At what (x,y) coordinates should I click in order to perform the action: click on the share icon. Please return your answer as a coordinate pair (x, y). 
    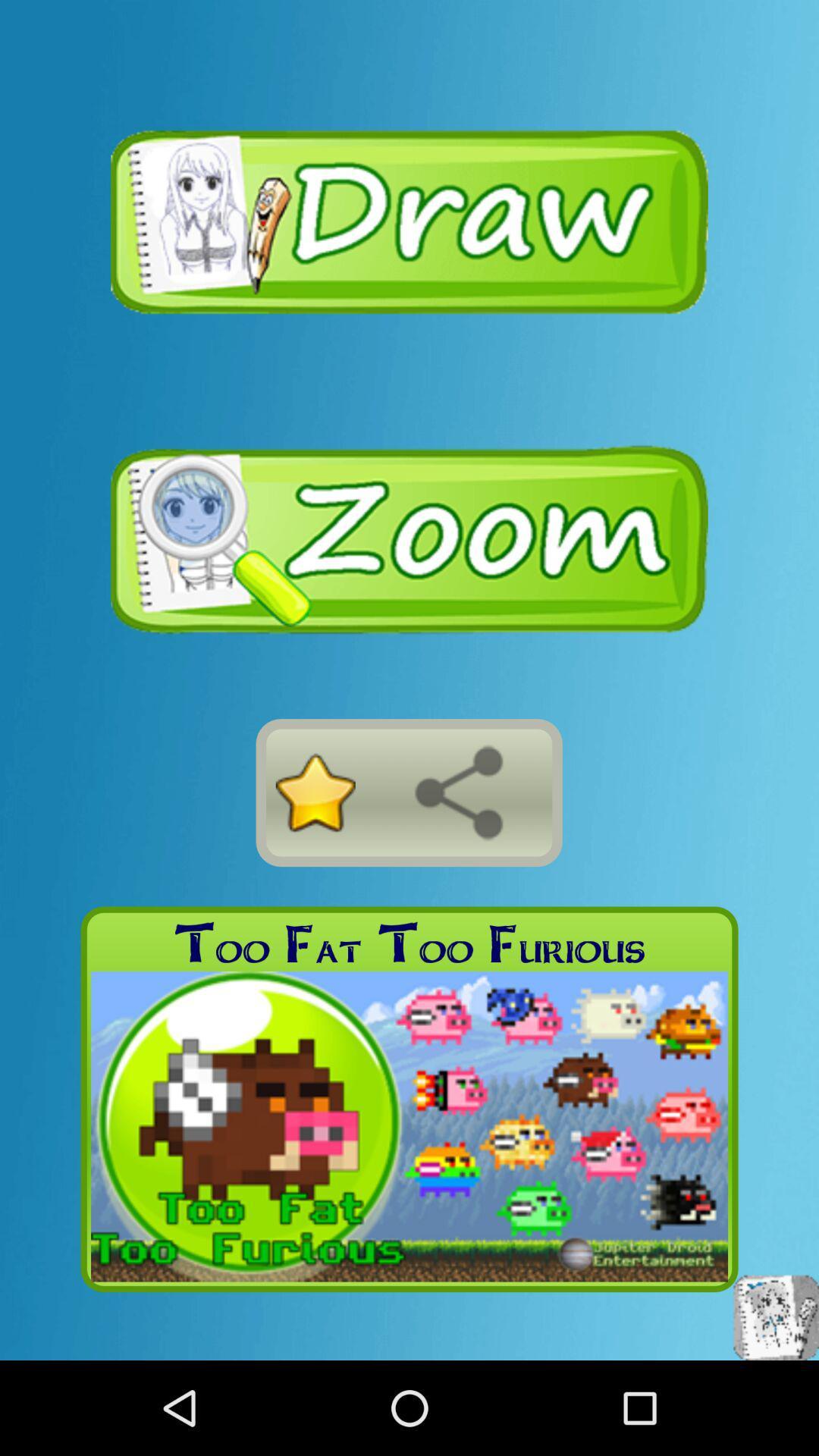
    Looking at the image, I should click on (458, 847).